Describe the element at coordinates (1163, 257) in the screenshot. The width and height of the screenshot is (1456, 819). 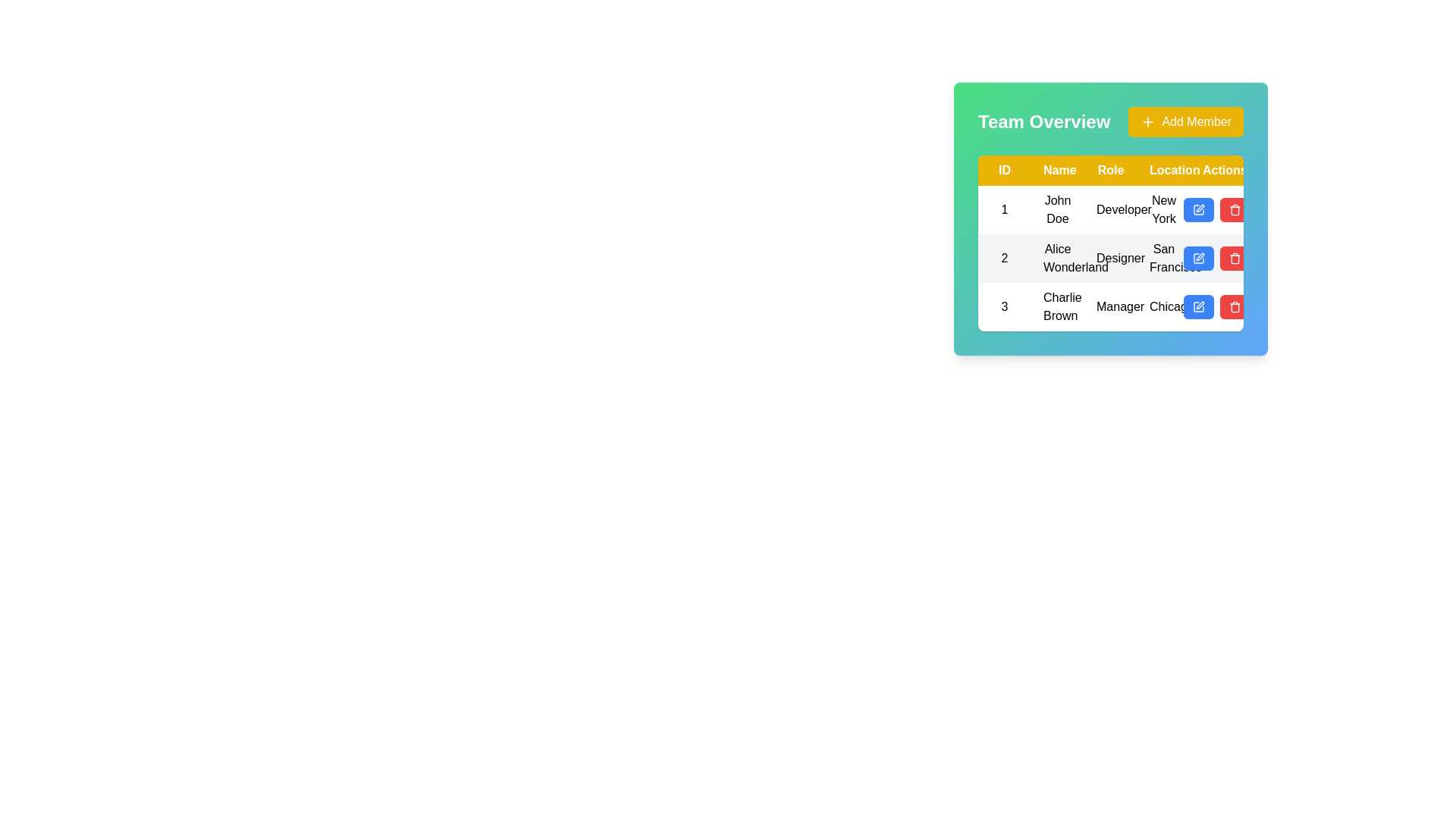
I see `the text element displaying 'San Francisco' located in the second row of the table within the 'Location' column` at that location.